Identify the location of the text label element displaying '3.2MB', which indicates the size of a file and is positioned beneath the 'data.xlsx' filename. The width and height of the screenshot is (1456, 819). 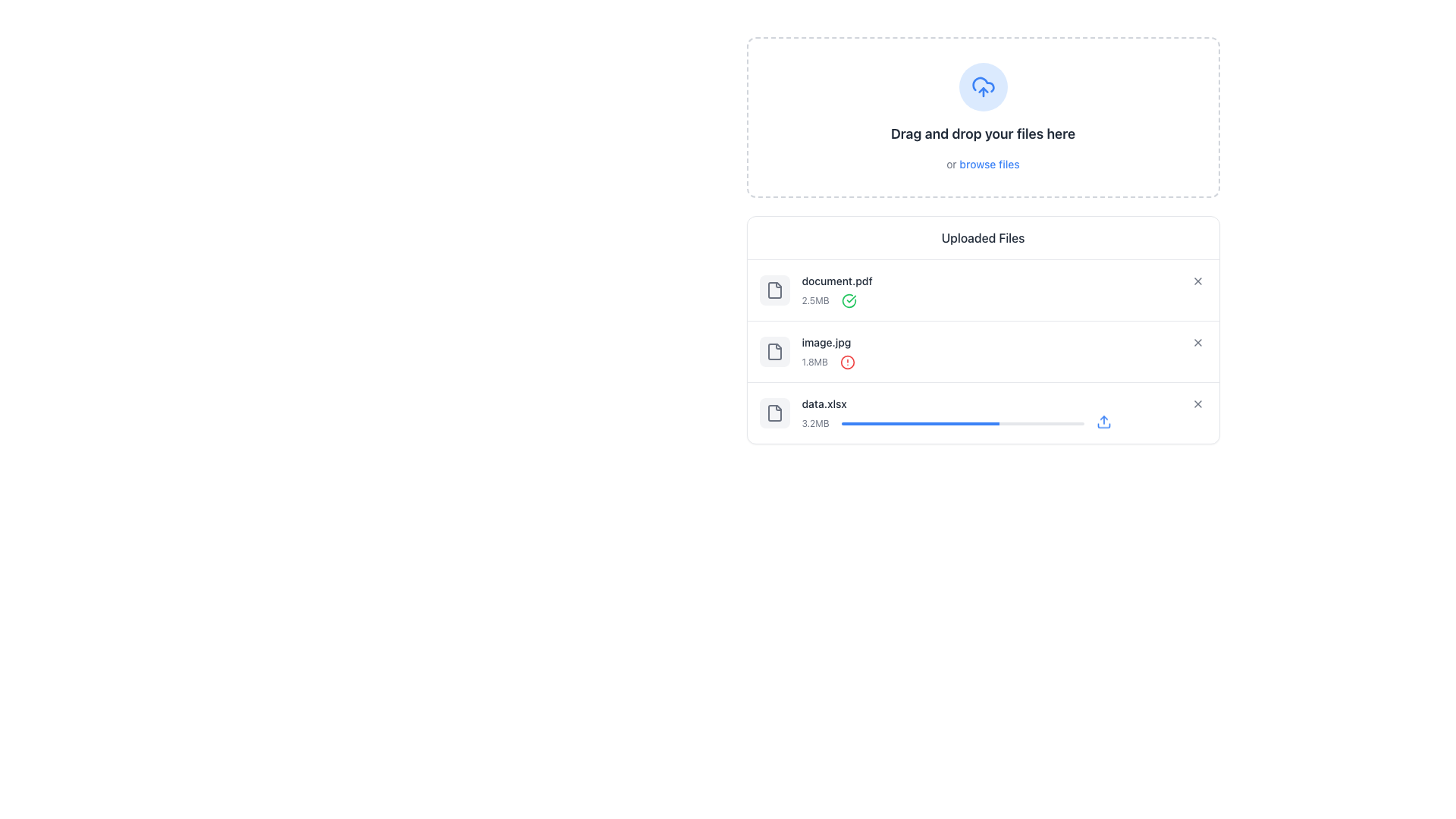
(814, 424).